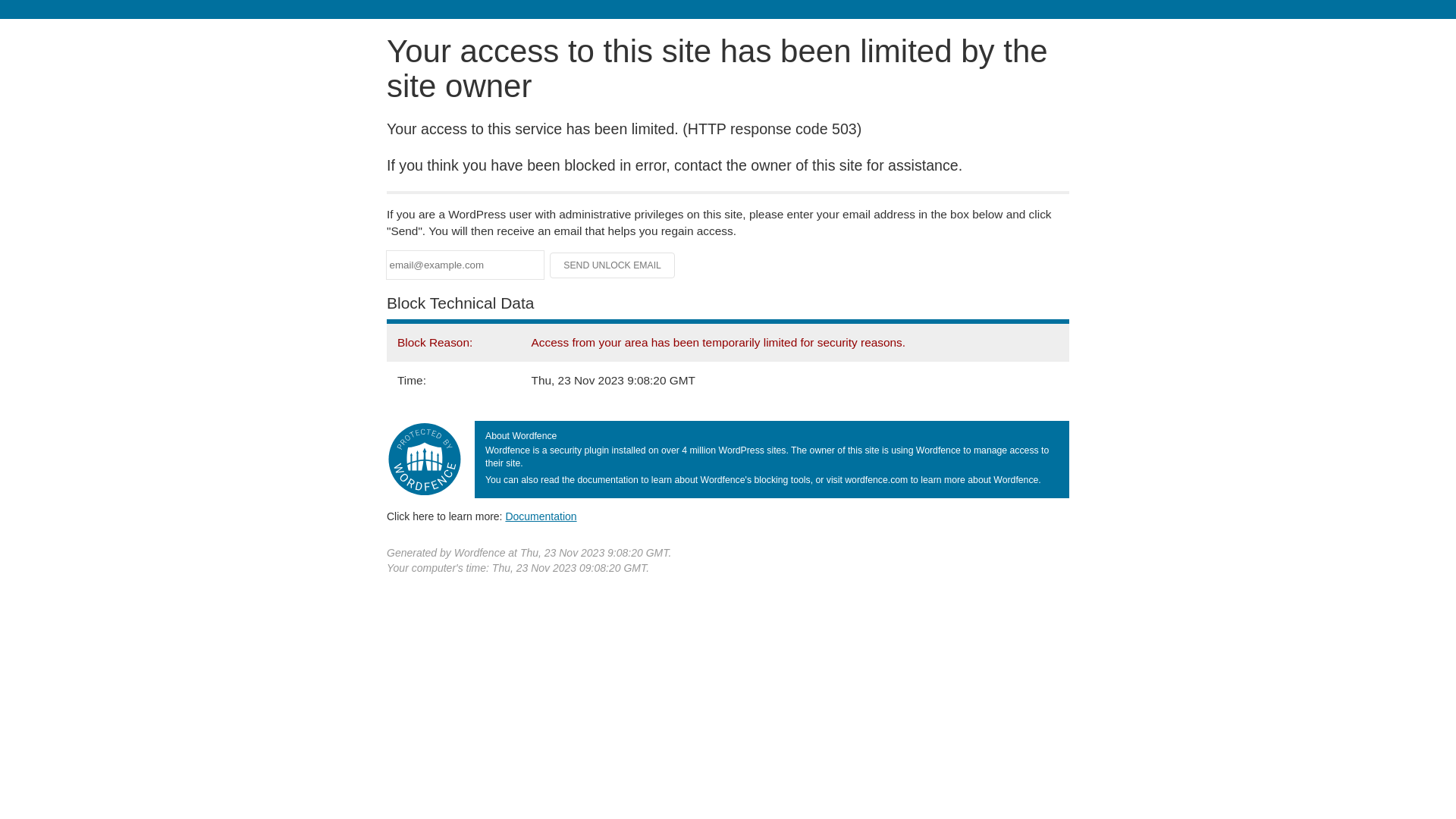  What do you see at coordinates (612, 265) in the screenshot?
I see `'Send Unlock Email'` at bounding box center [612, 265].